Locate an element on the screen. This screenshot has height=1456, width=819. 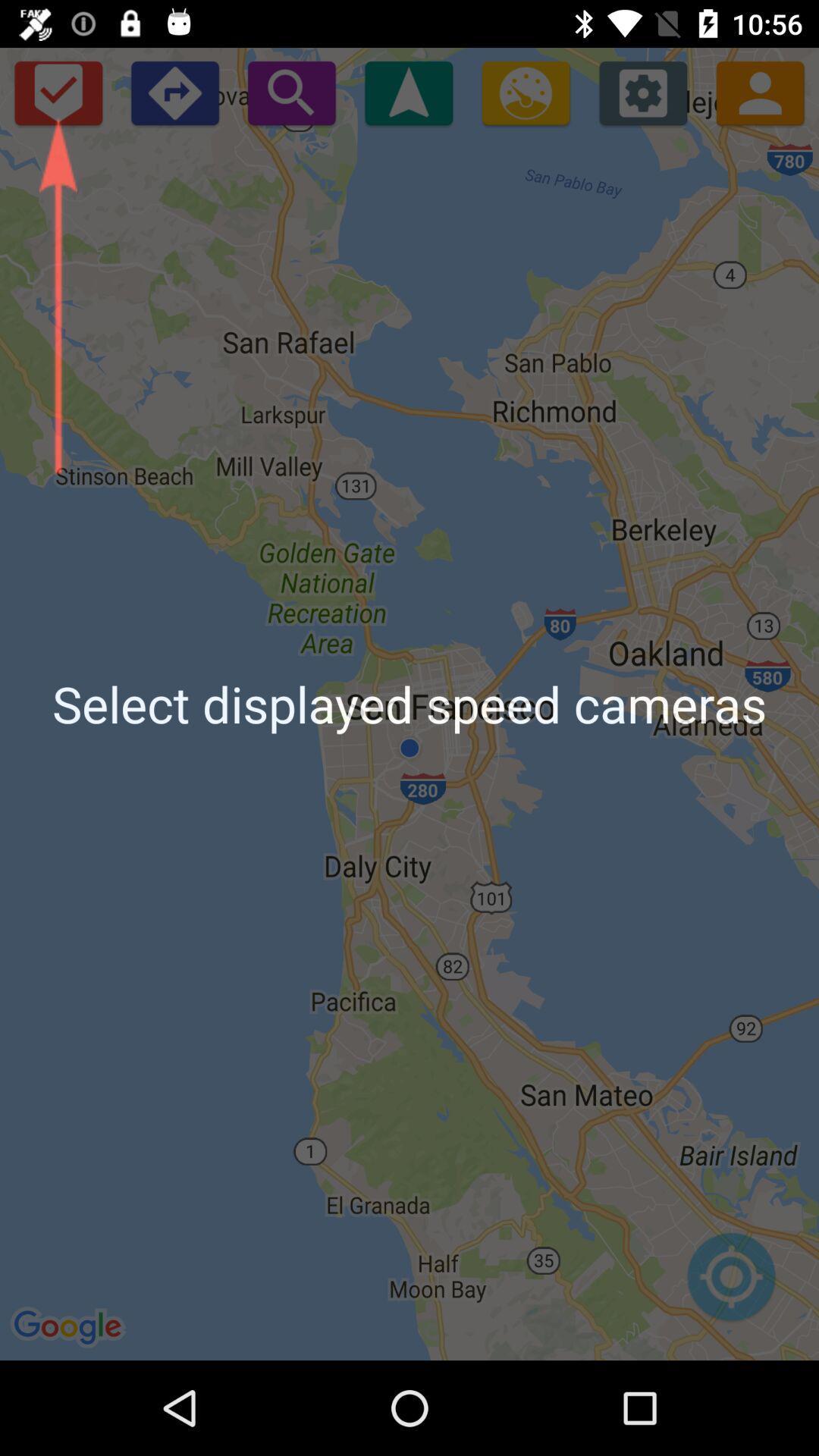
page up is located at coordinates (408, 92).